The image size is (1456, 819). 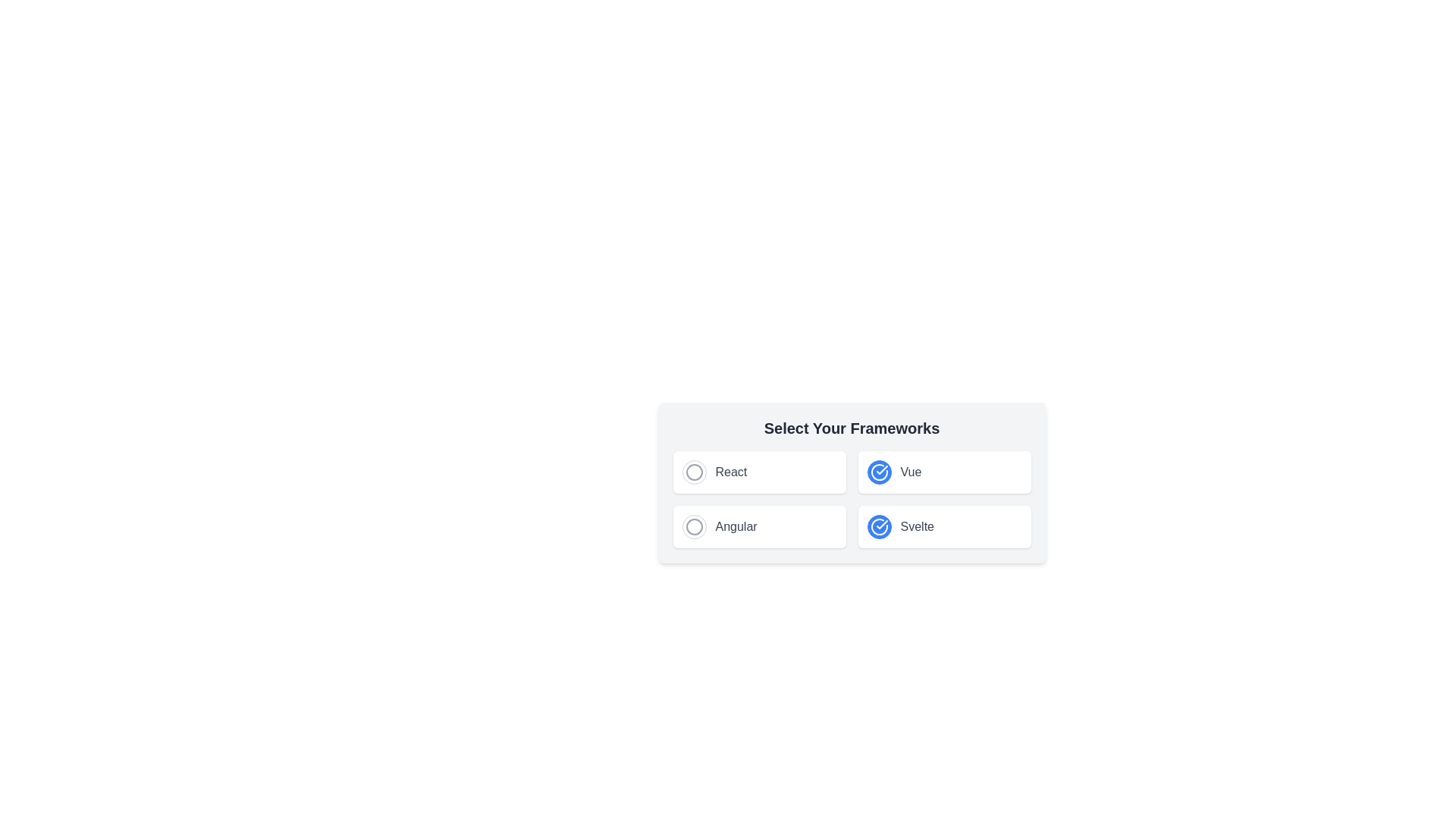 What do you see at coordinates (943, 526) in the screenshot?
I see `the selectable list item for the 'Svelte' framework` at bounding box center [943, 526].